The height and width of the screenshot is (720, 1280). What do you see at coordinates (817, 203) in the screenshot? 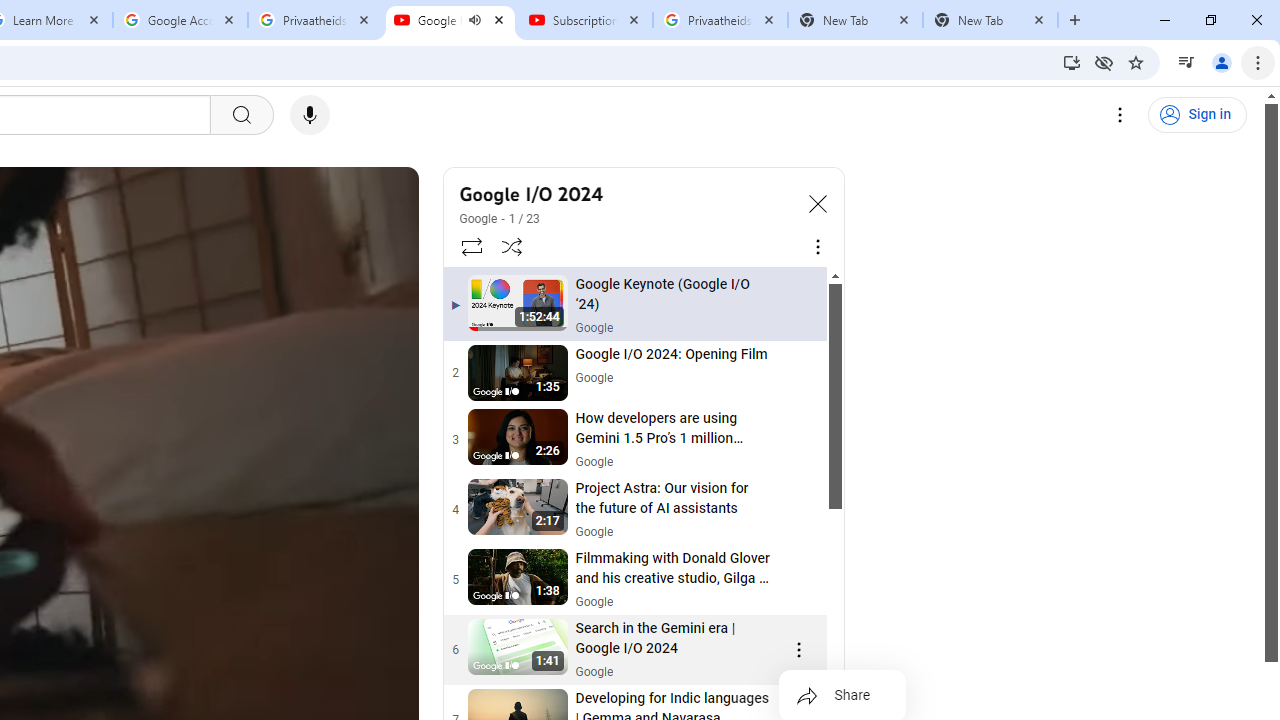
I see `'Collapse'` at bounding box center [817, 203].